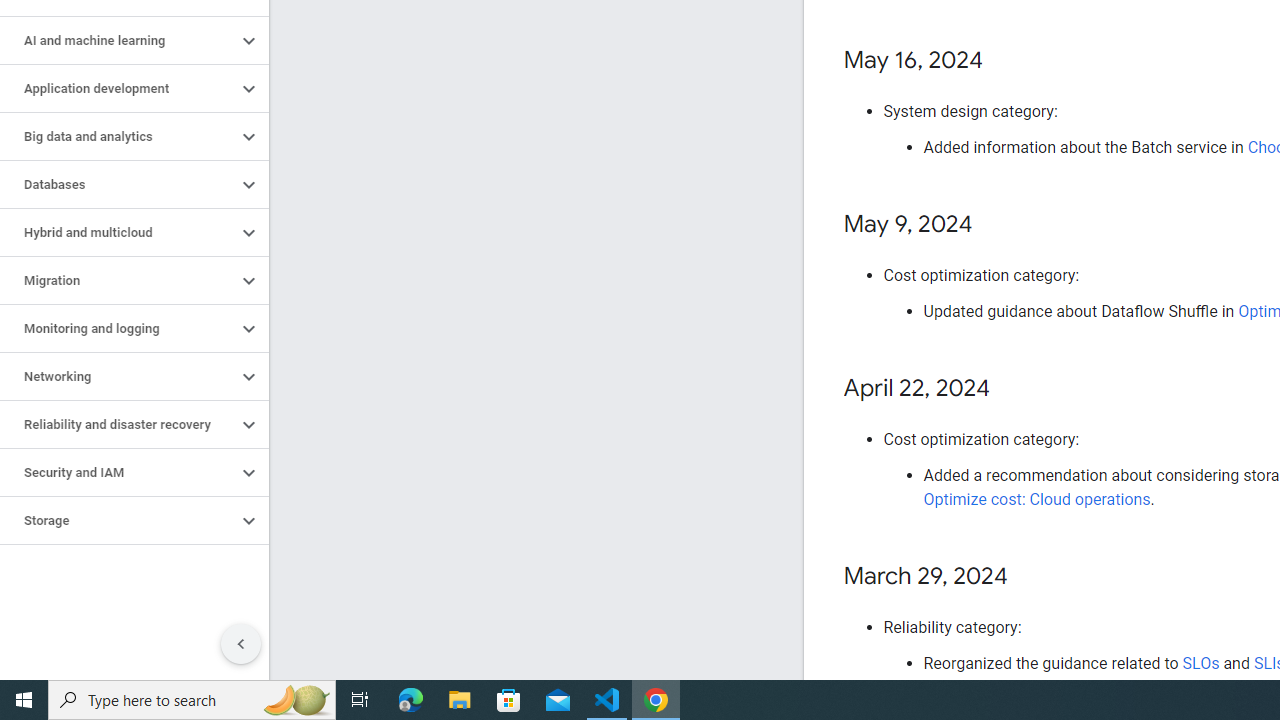 The width and height of the screenshot is (1280, 720). What do you see at coordinates (117, 328) in the screenshot?
I see `'Monitoring and logging'` at bounding box center [117, 328].